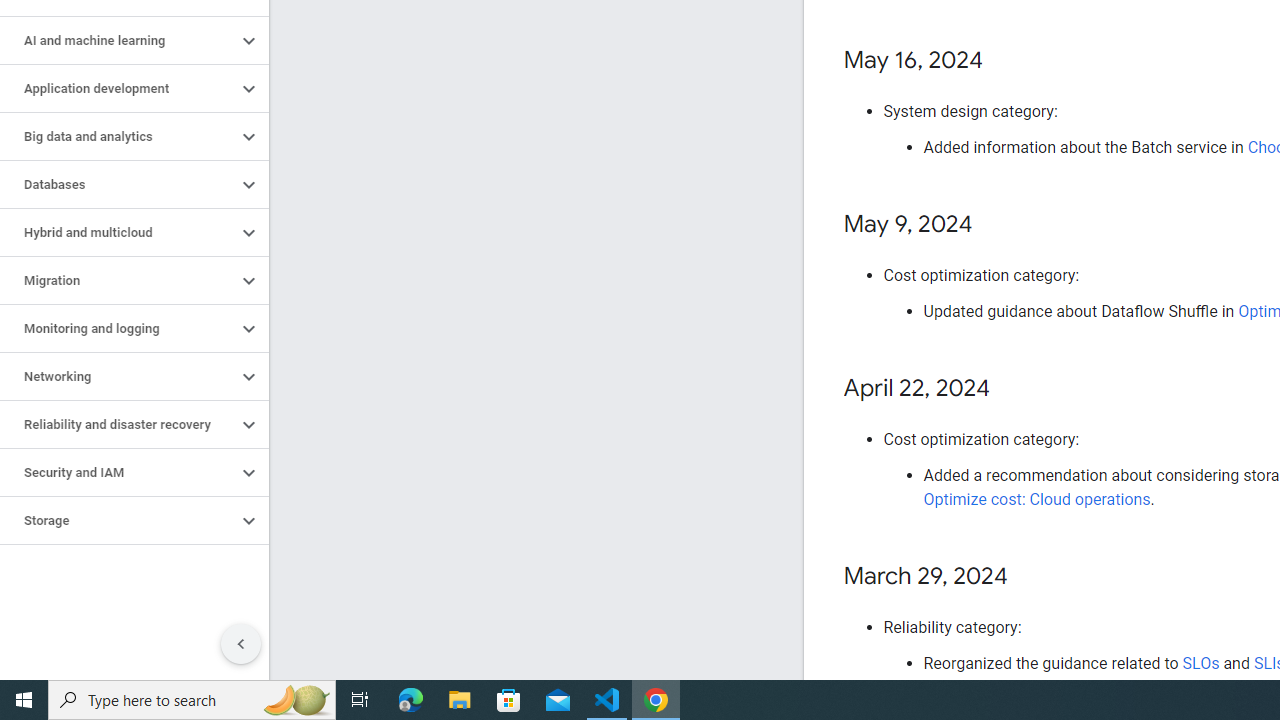 The width and height of the screenshot is (1280, 720). What do you see at coordinates (117, 328) in the screenshot?
I see `'Monitoring and logging'` at bounding box center [117, 328].